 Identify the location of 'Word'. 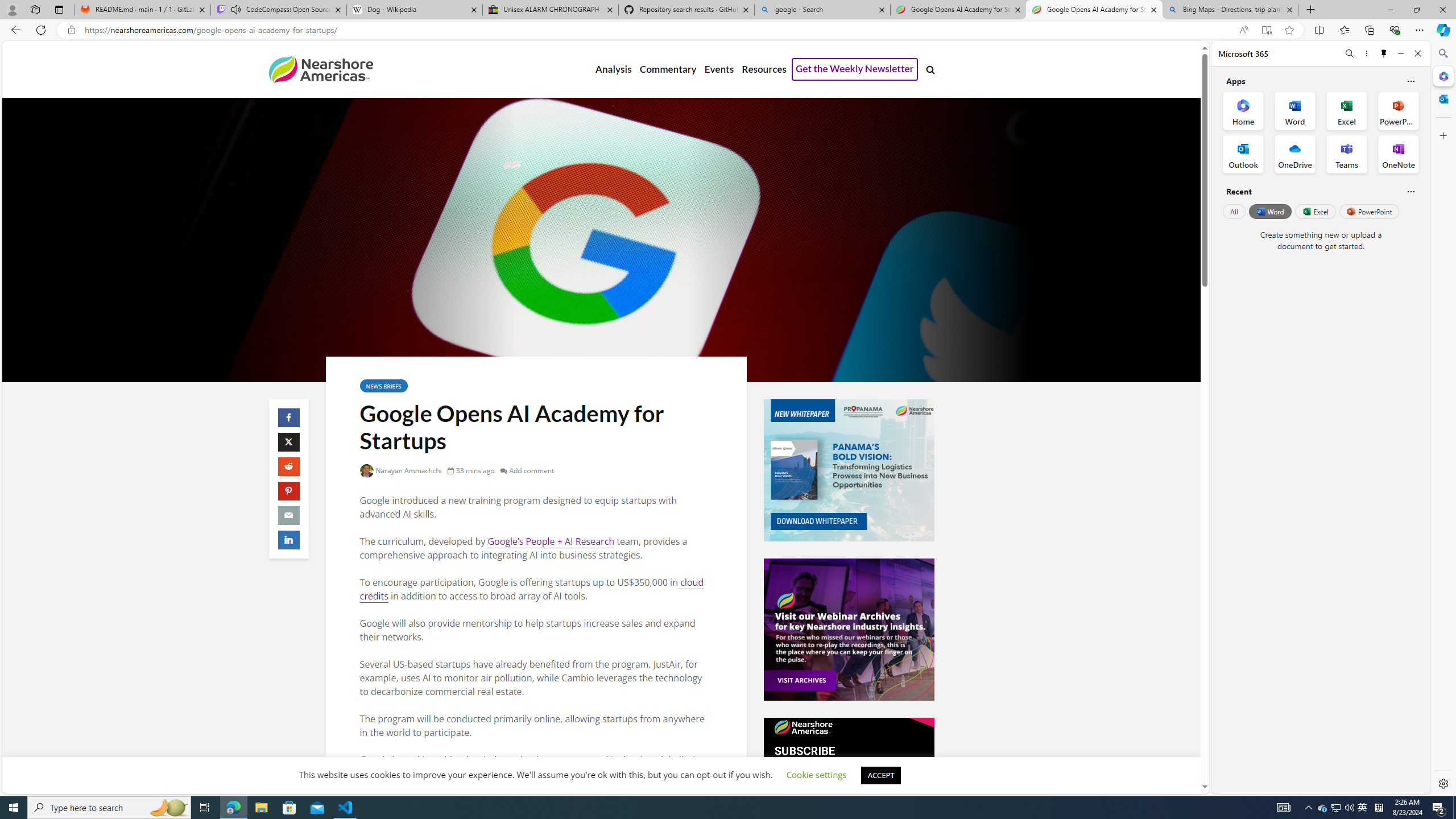
(1269, 211).